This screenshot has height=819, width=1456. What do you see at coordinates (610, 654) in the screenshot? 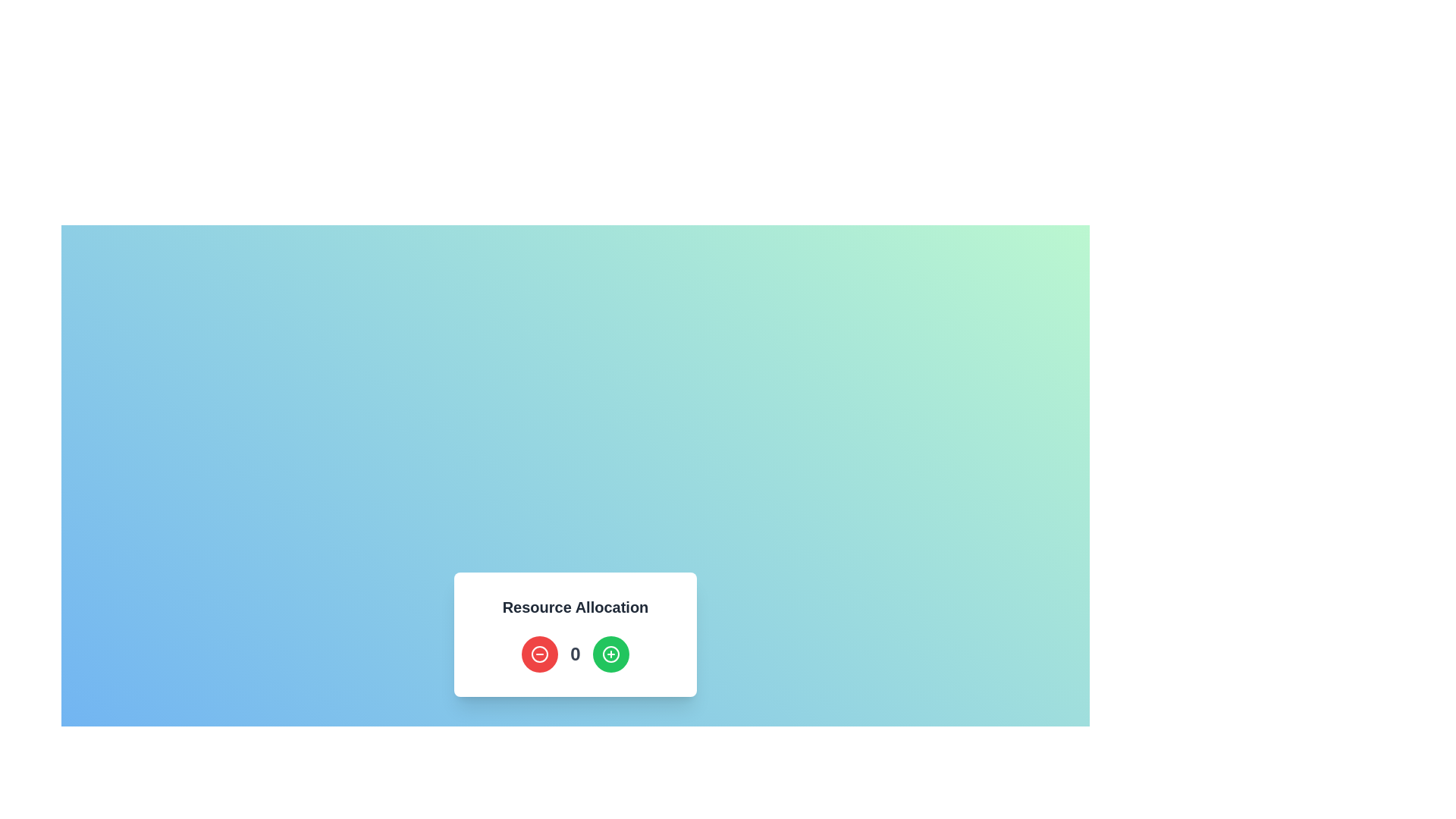
I see `the green circular button with a centered plus symbol to increment the value` at bounding box center [610, 654].